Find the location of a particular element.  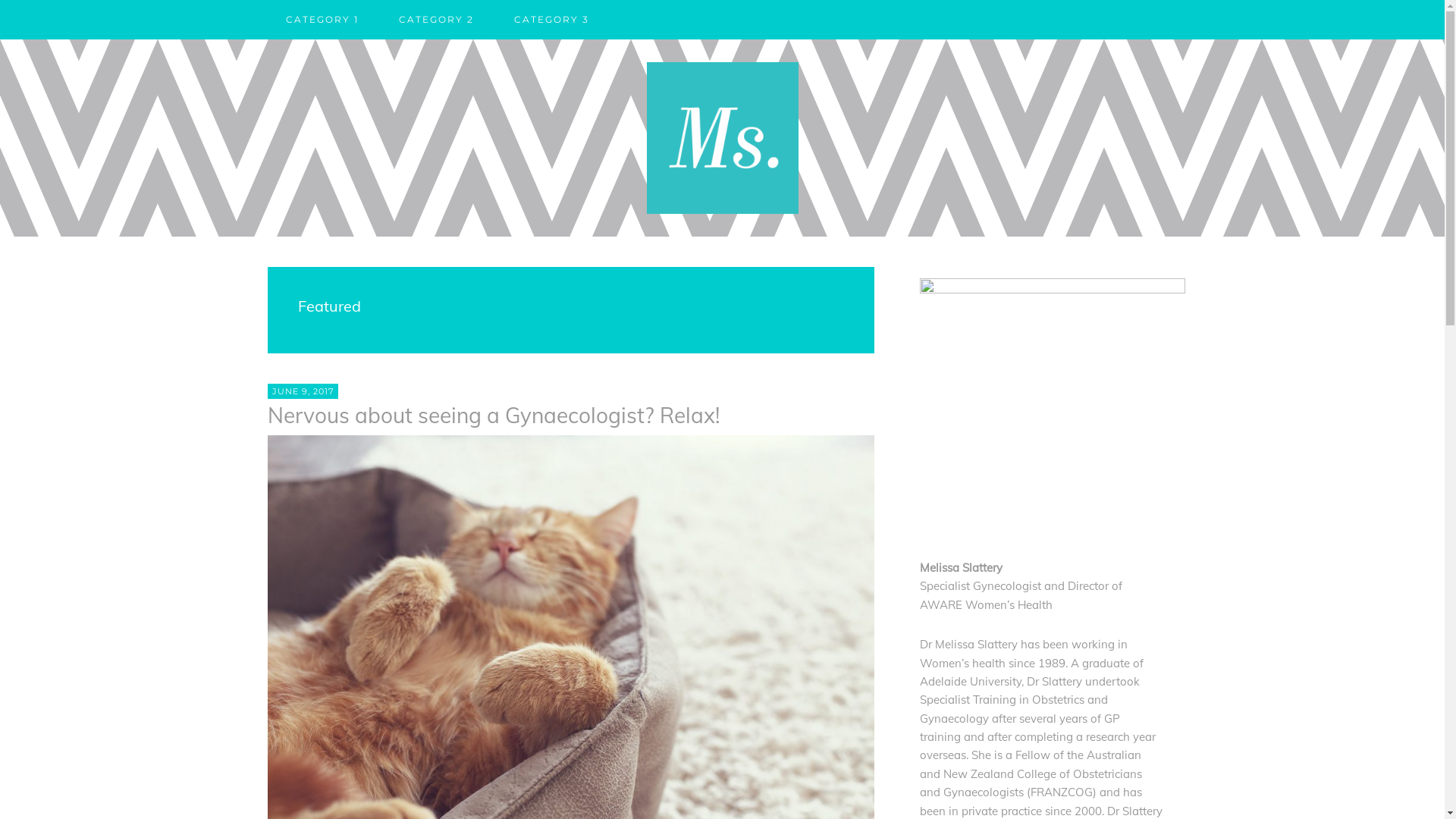

'Skip to primary navigation' is located at coordinates (0, 39).